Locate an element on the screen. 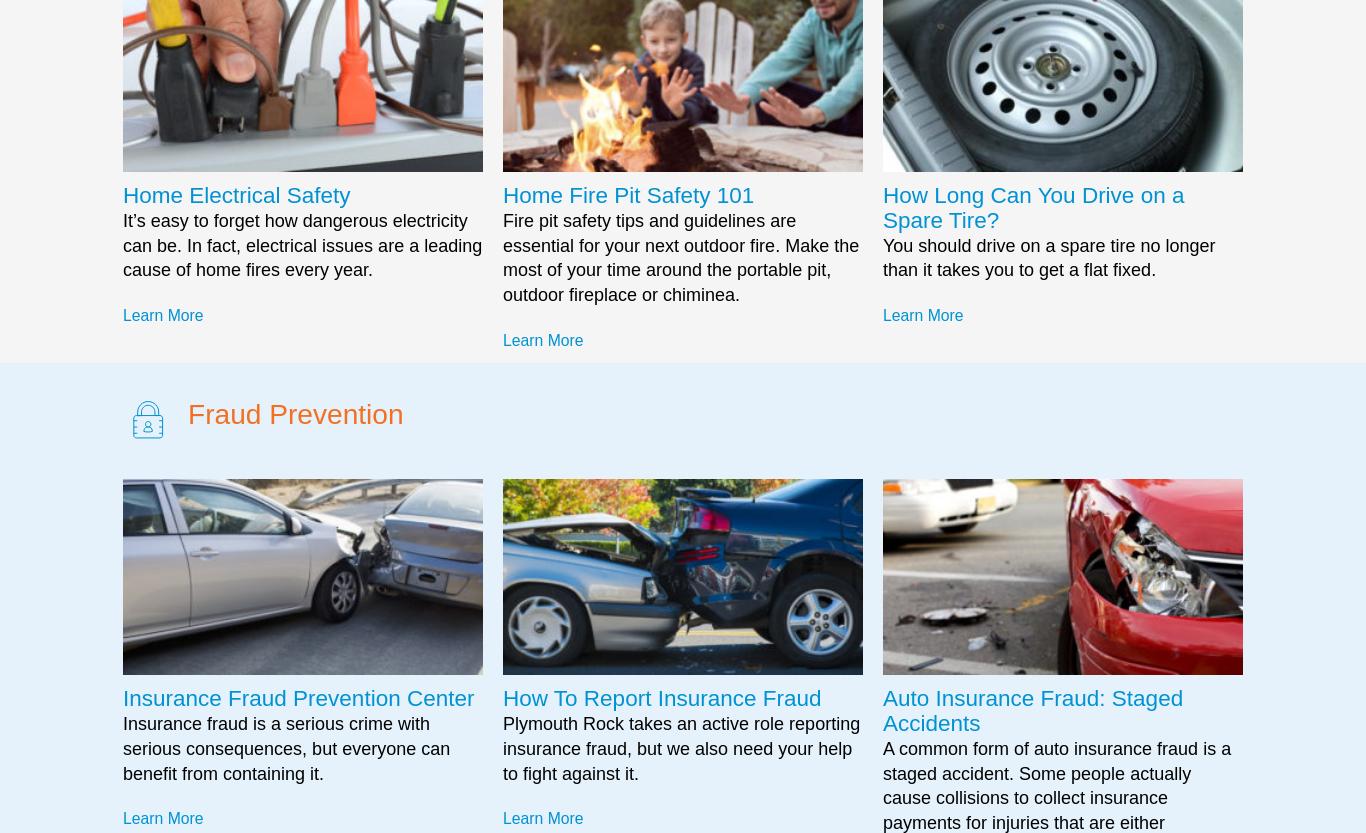  'How Long Can You Drive on a Spare Tire?' is located at coordinates (881, 206).